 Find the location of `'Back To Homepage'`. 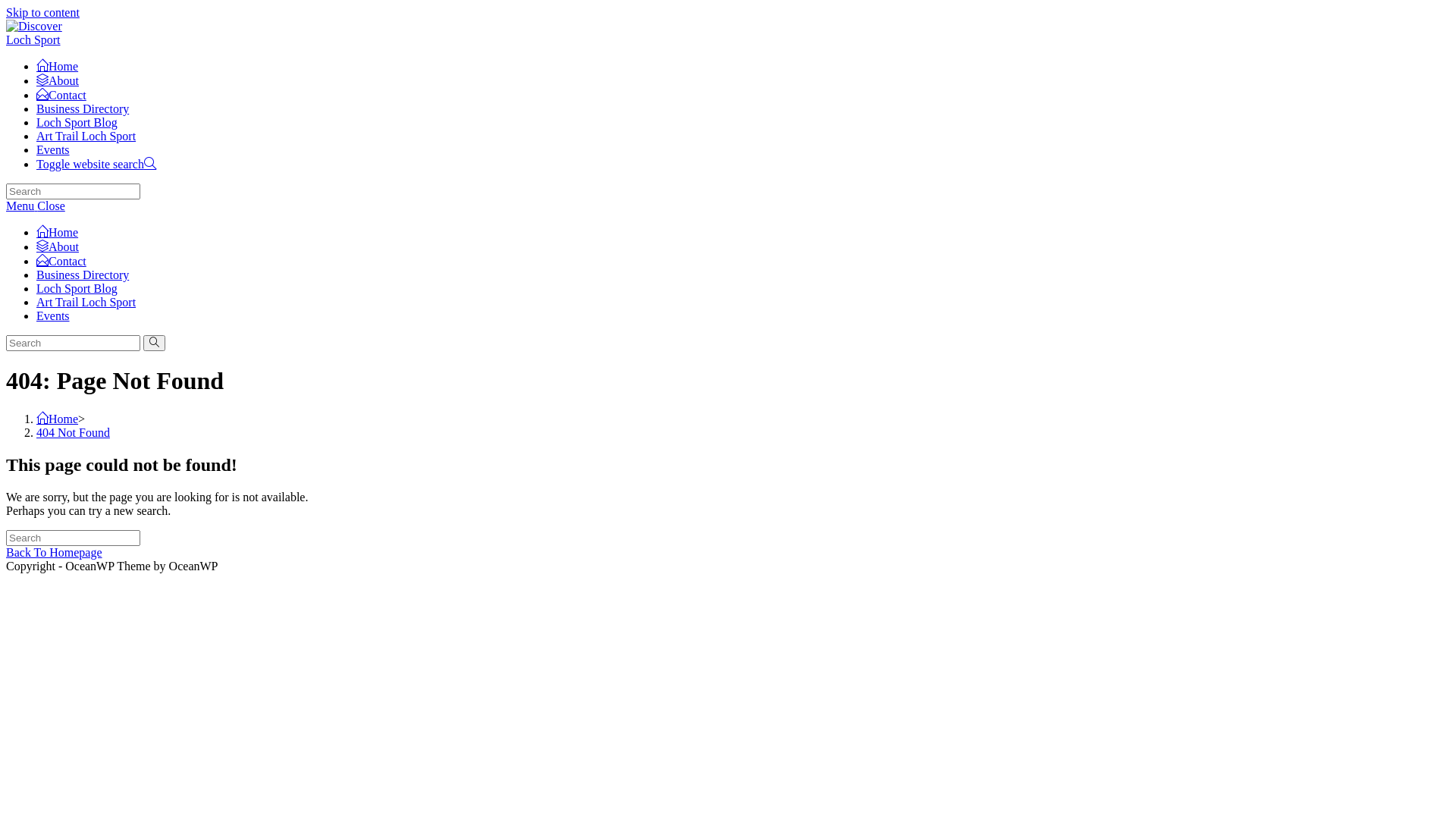

'Back To Homepage' is located at coordinates (54, 552).